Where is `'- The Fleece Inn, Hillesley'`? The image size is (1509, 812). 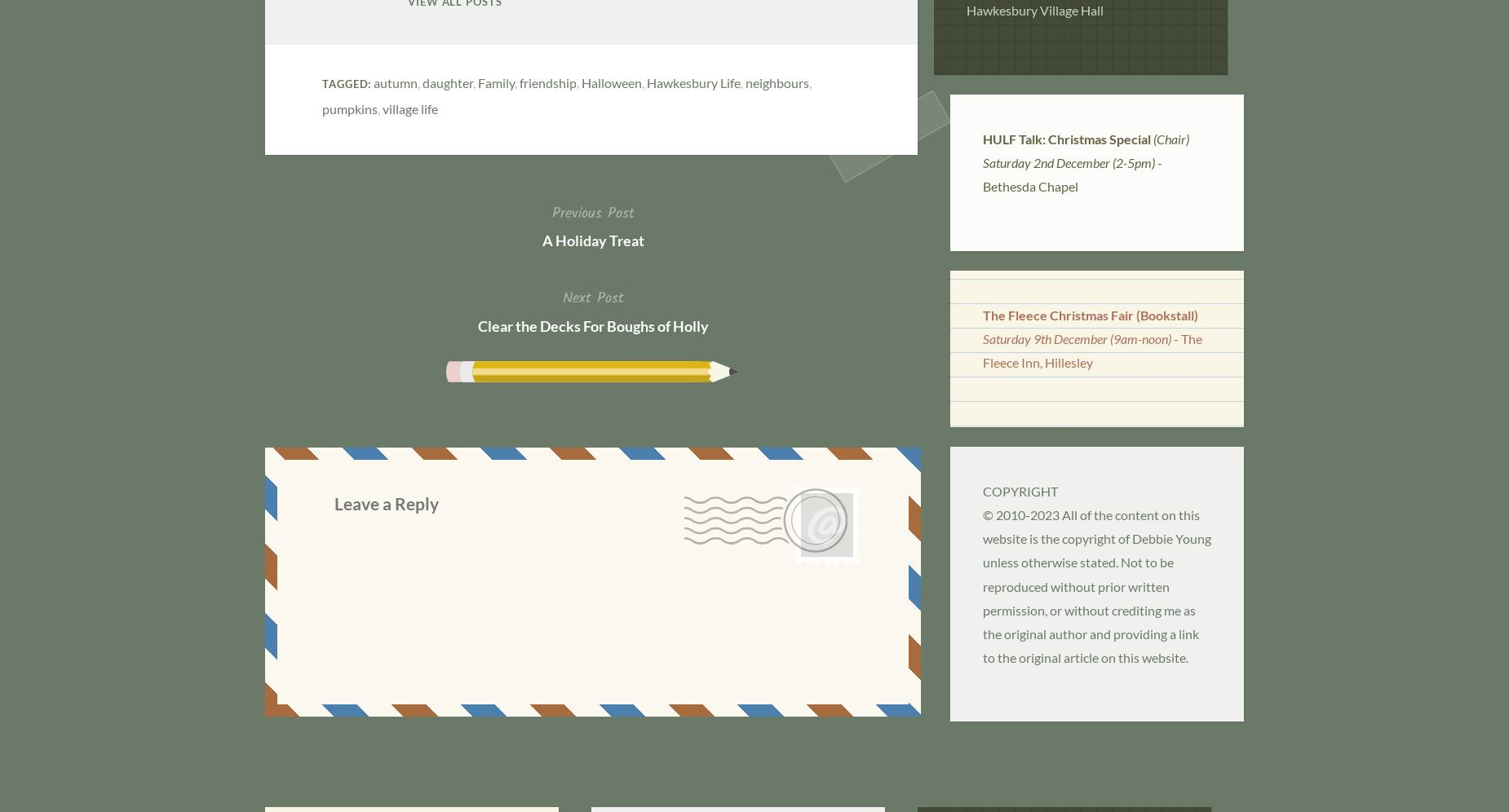
'- The Fleece Inn, Hillesley' is located at coordinates (1091, 350).